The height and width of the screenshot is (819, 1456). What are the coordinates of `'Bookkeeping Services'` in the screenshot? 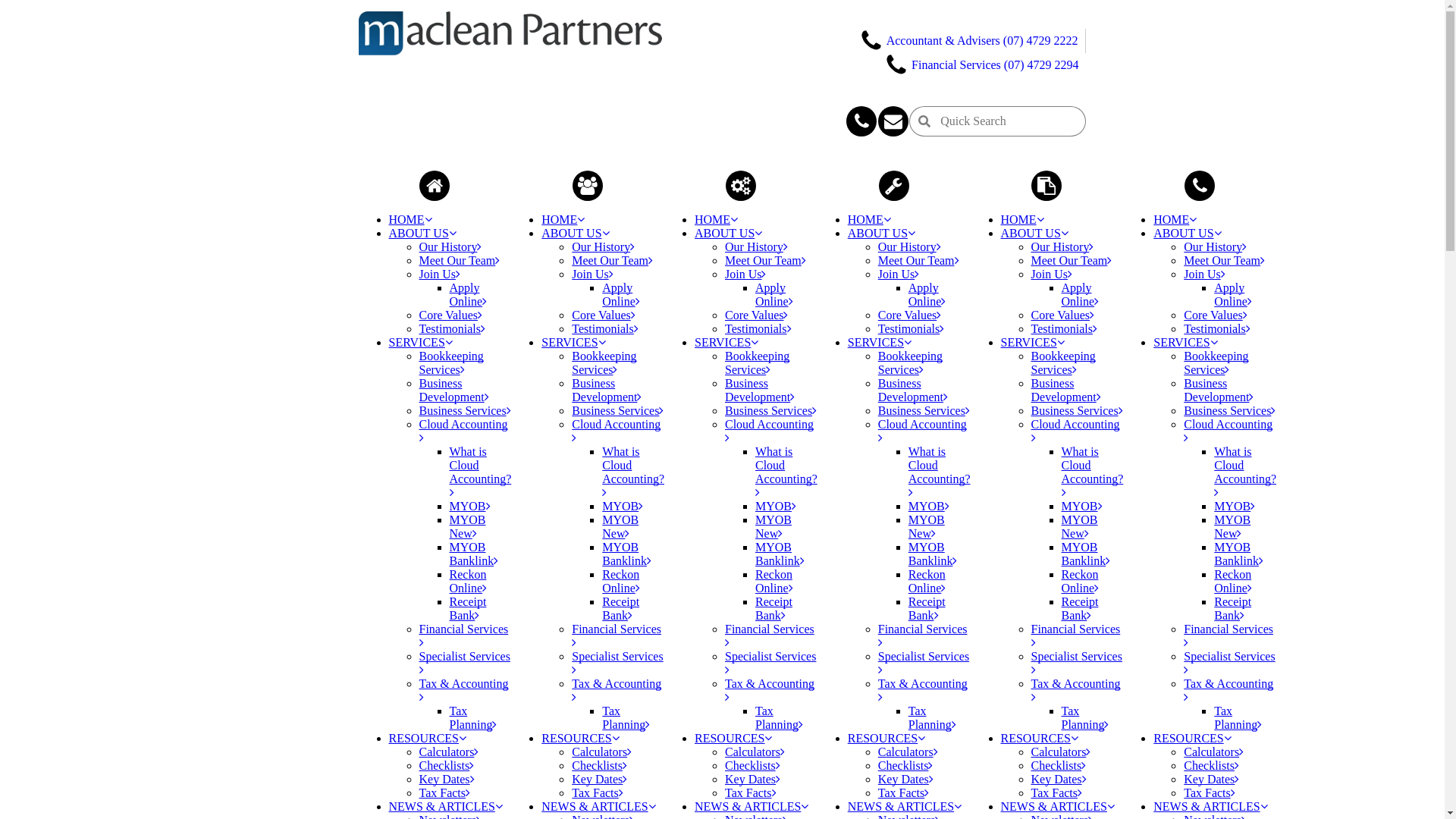 It's located at (1216, 362).